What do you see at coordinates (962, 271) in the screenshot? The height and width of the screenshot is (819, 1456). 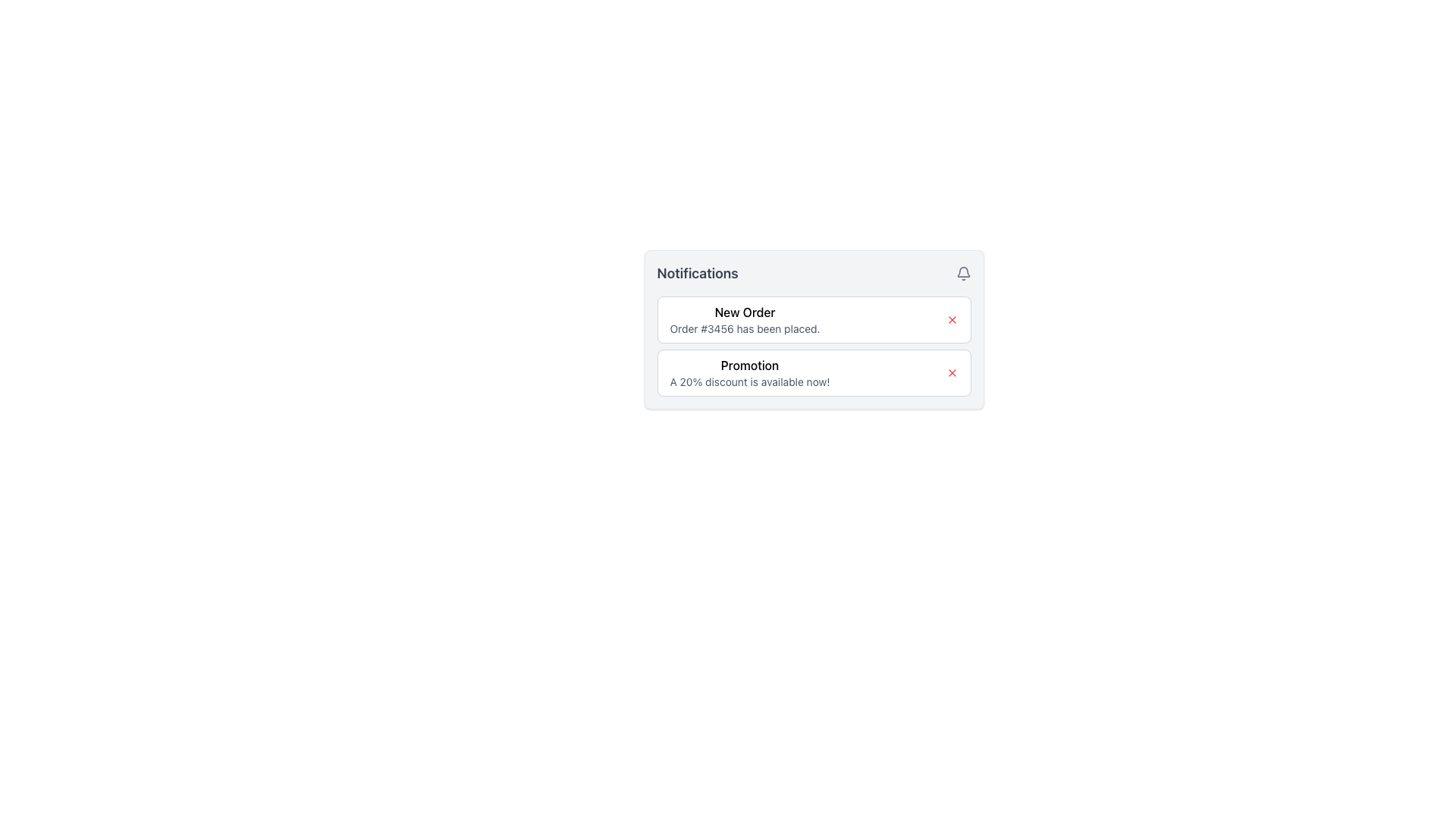 I see `the bell-shaped notification icon located in the top-right corner of the notification panel, which features a curved, hollow outline representing the bell's contour` at bounding box center [962, 271].